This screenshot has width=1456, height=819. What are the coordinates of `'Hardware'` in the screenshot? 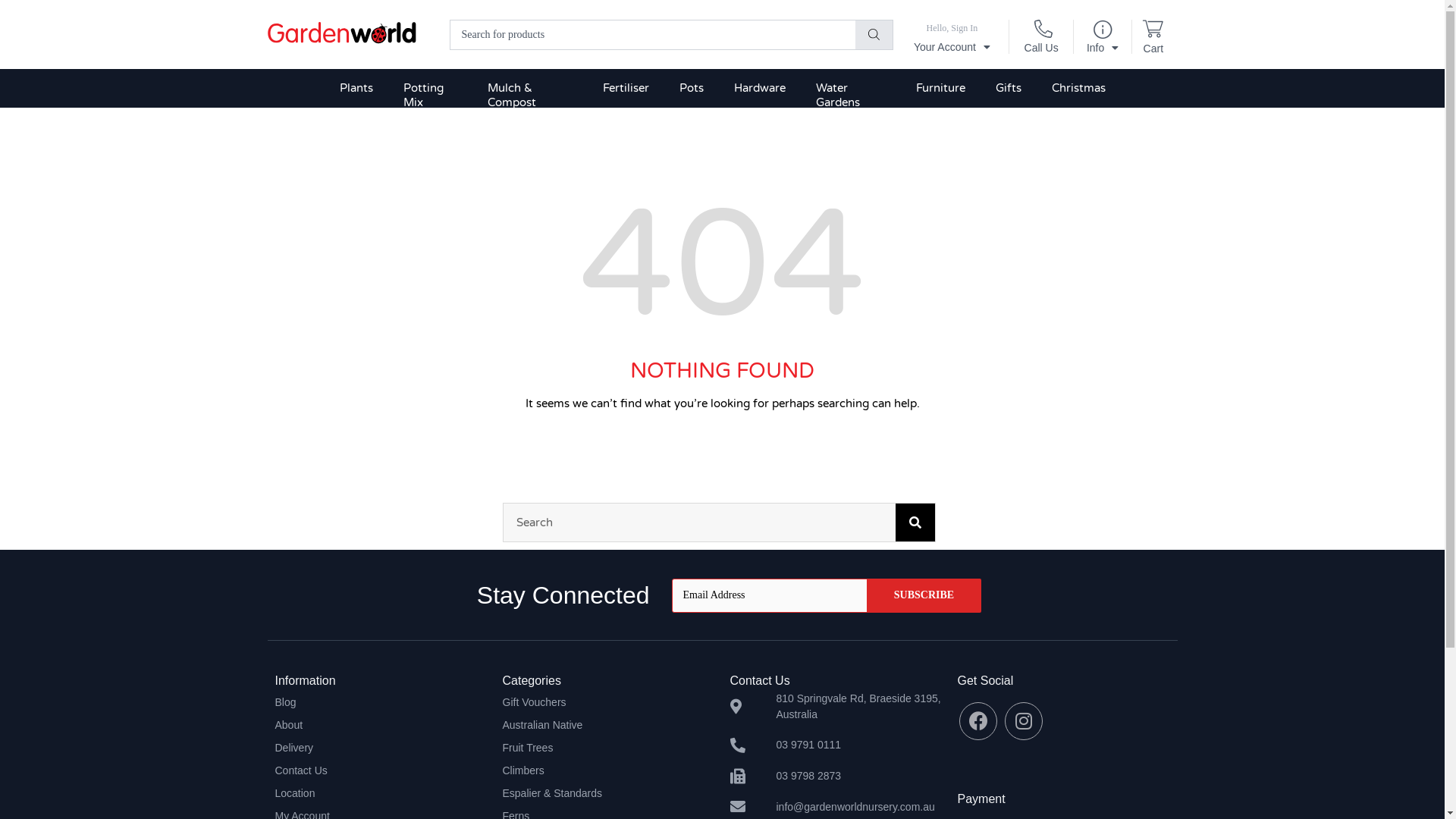 It's located at (760, 88).